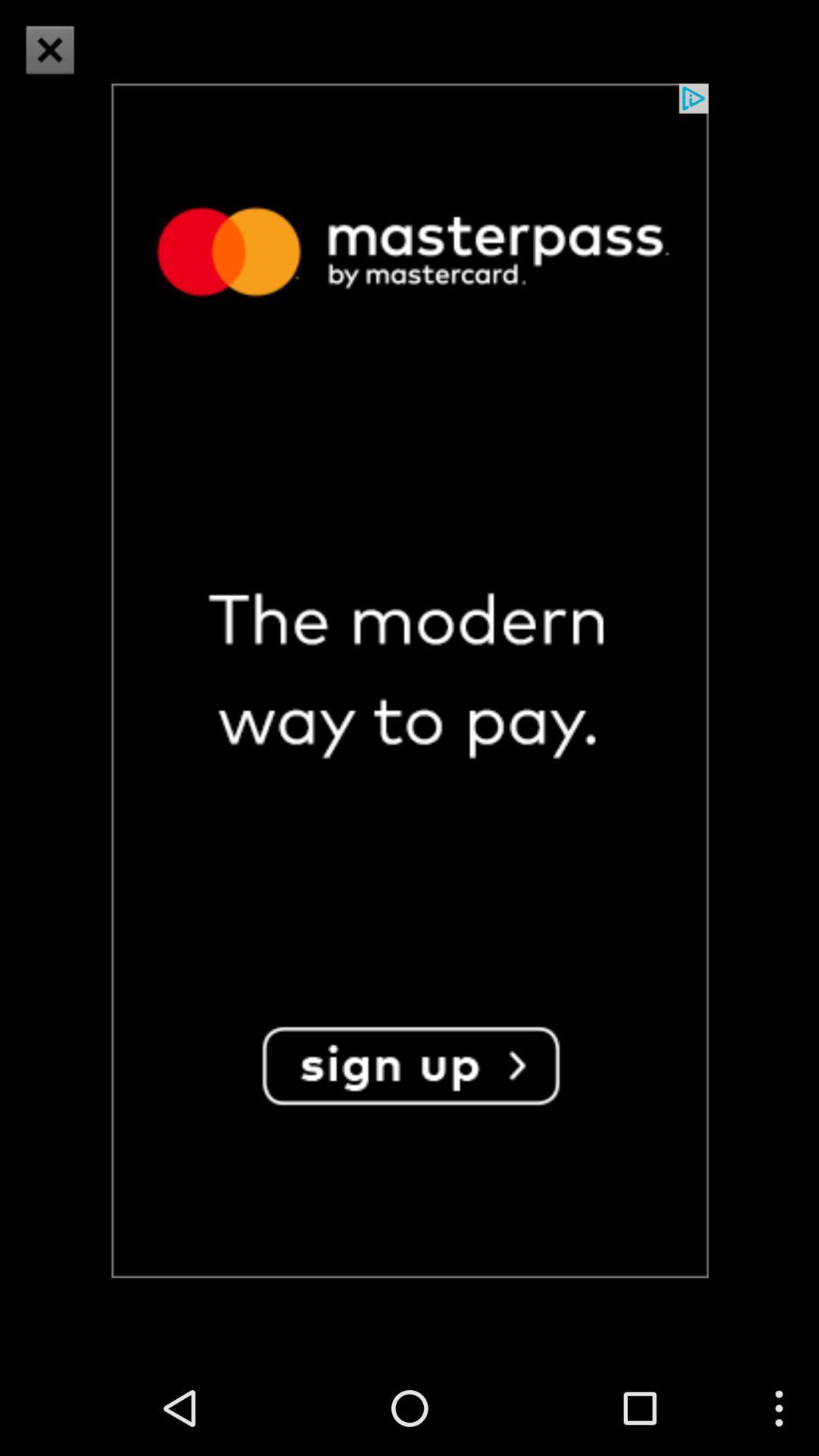 Image resolution: width=819 pixels, height=1456 pixels. What do you see at coordinates (58, 63) in the screenshot?
I see `the close icon` at bounding box center [58, 63].